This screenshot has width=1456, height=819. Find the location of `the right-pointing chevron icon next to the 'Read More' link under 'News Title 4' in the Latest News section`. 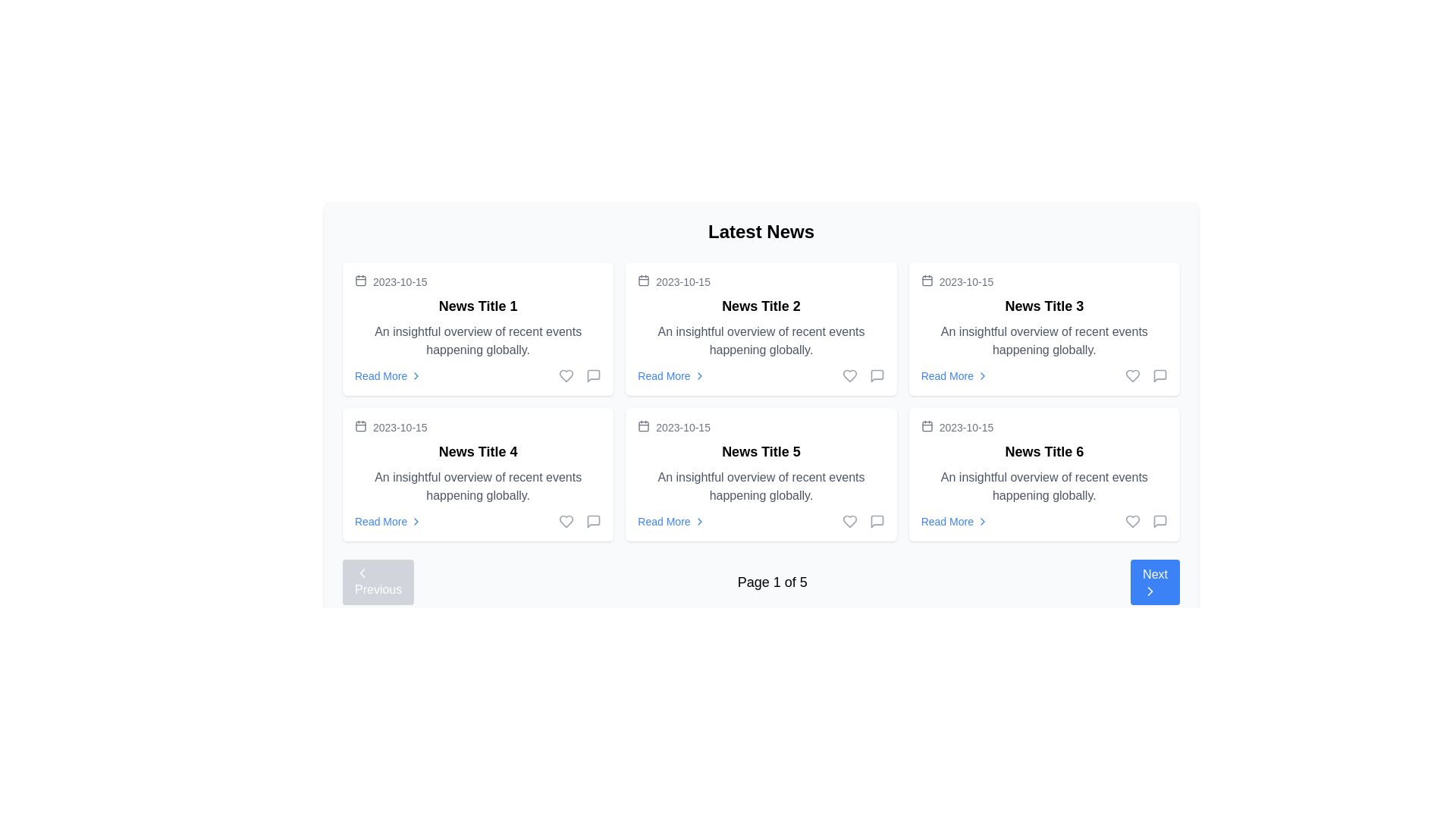

the right-pointing chevron icon next to the 'Read More' link under 'News Title 4' in the Latest News section is located at coordinates (416, 520).